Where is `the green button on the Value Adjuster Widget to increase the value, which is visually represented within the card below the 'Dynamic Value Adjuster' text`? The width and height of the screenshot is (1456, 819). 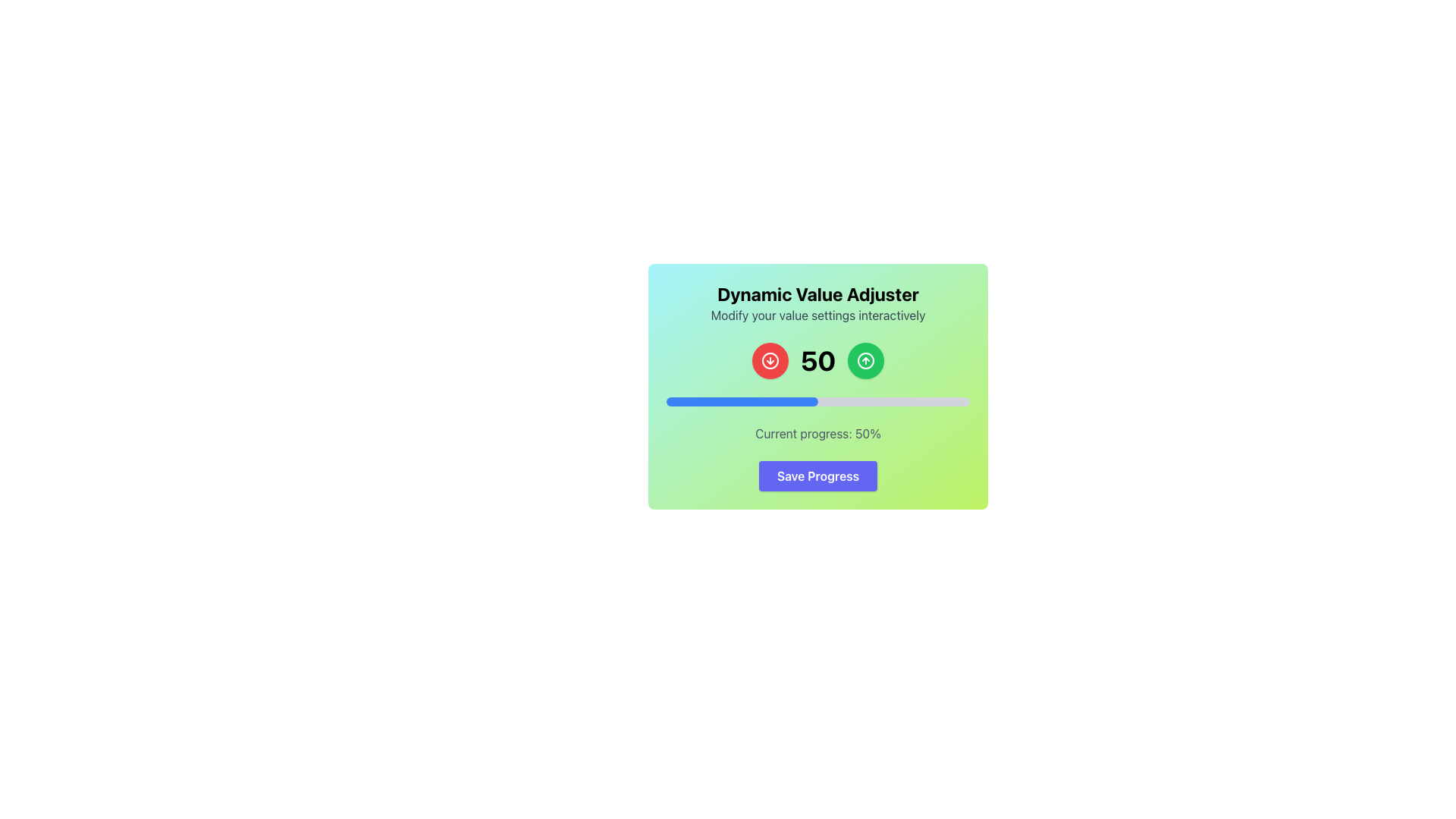
the green button on the Value Adjuster Widget to increase the value, which is visually represented within the card below the 'Dynamic Value Adjuster' text is located at coordinates (817, 391).